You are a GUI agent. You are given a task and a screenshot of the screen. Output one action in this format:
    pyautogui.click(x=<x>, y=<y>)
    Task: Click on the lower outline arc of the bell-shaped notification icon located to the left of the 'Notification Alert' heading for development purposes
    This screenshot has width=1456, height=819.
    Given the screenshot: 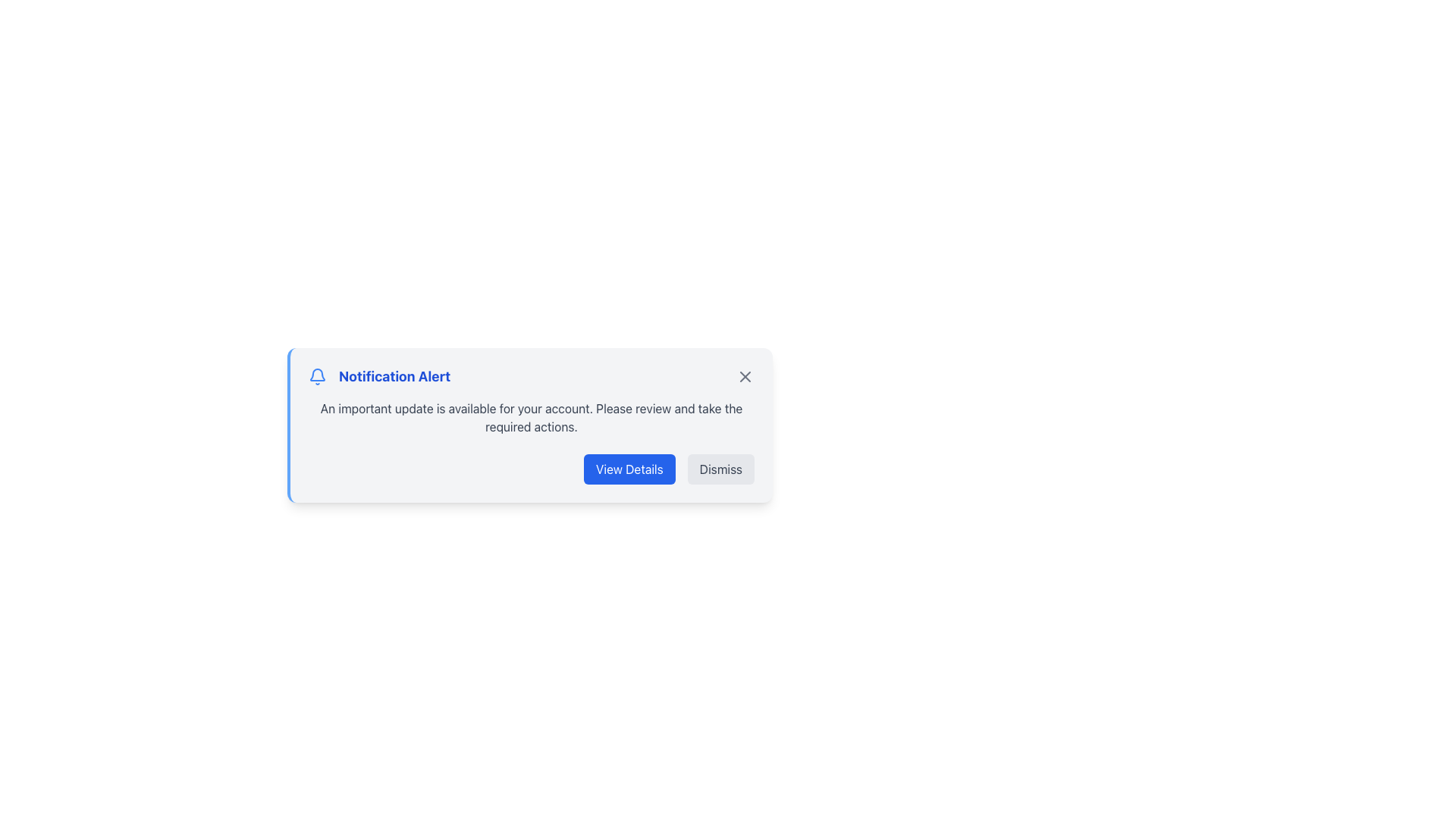 What is the action you would take?
    pyautogui.click(x=316, y=375)
    